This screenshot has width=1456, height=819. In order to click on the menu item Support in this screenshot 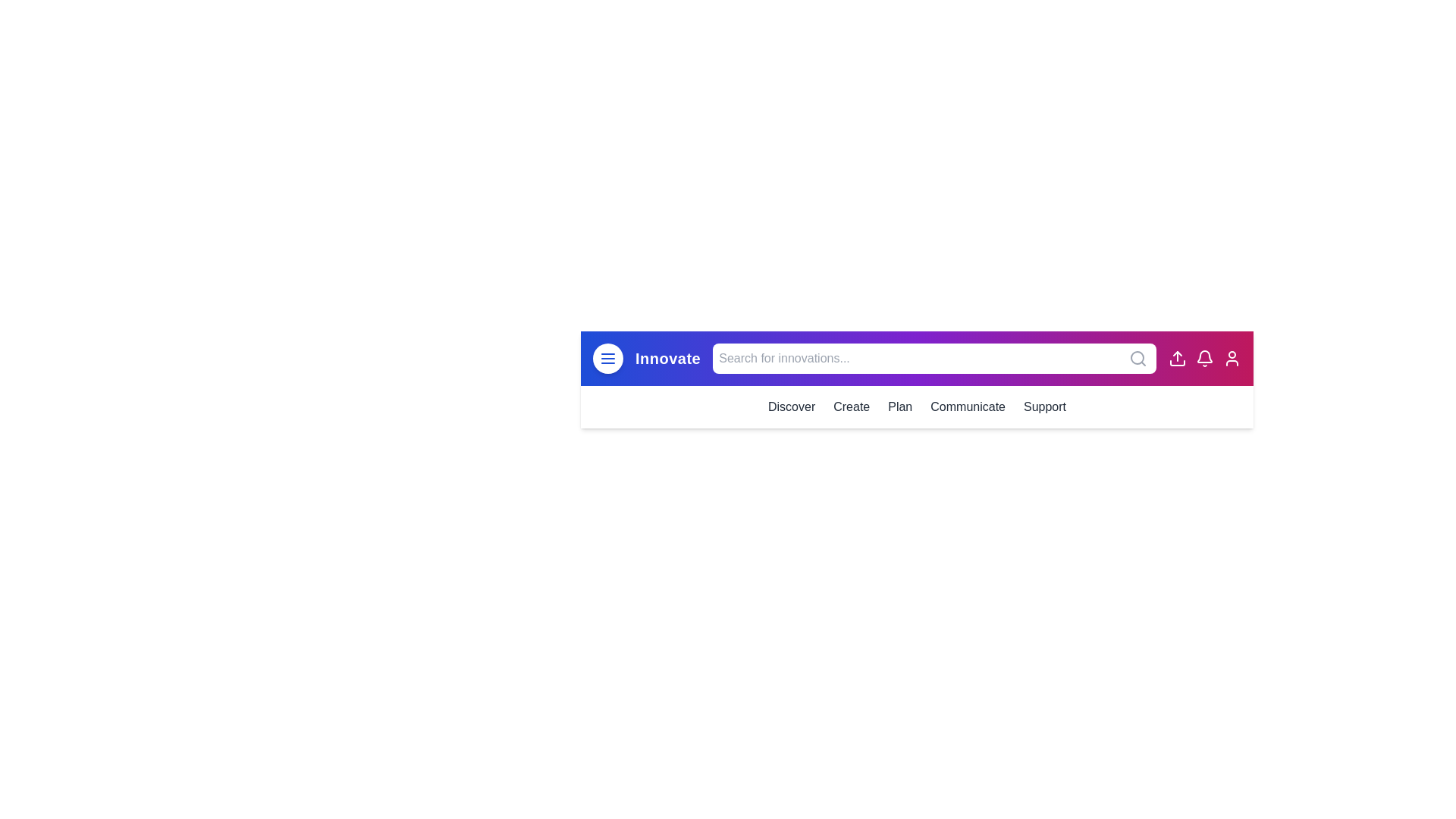, I will do `click(1043, 406)`.